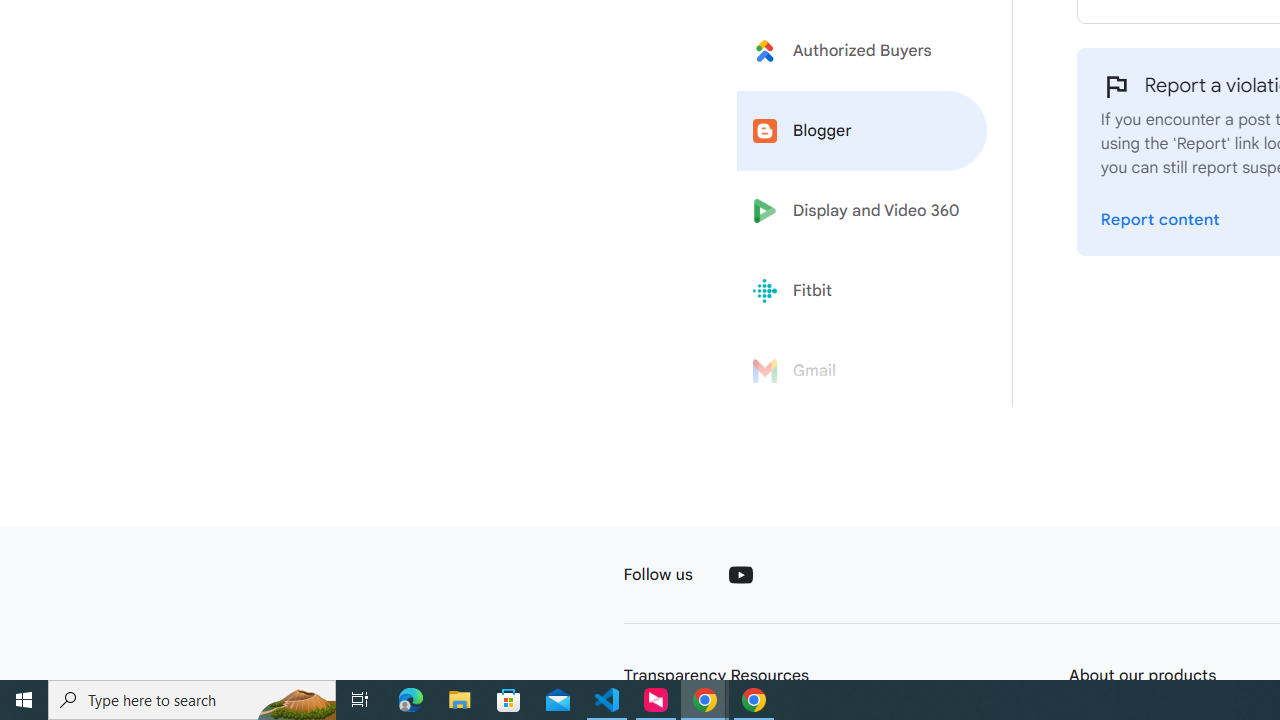 This screenshot has height=720, width=1280. Describe the element at coordinates (862, 211) in the screenshot. I see `'Display and Video 360'` at that location.